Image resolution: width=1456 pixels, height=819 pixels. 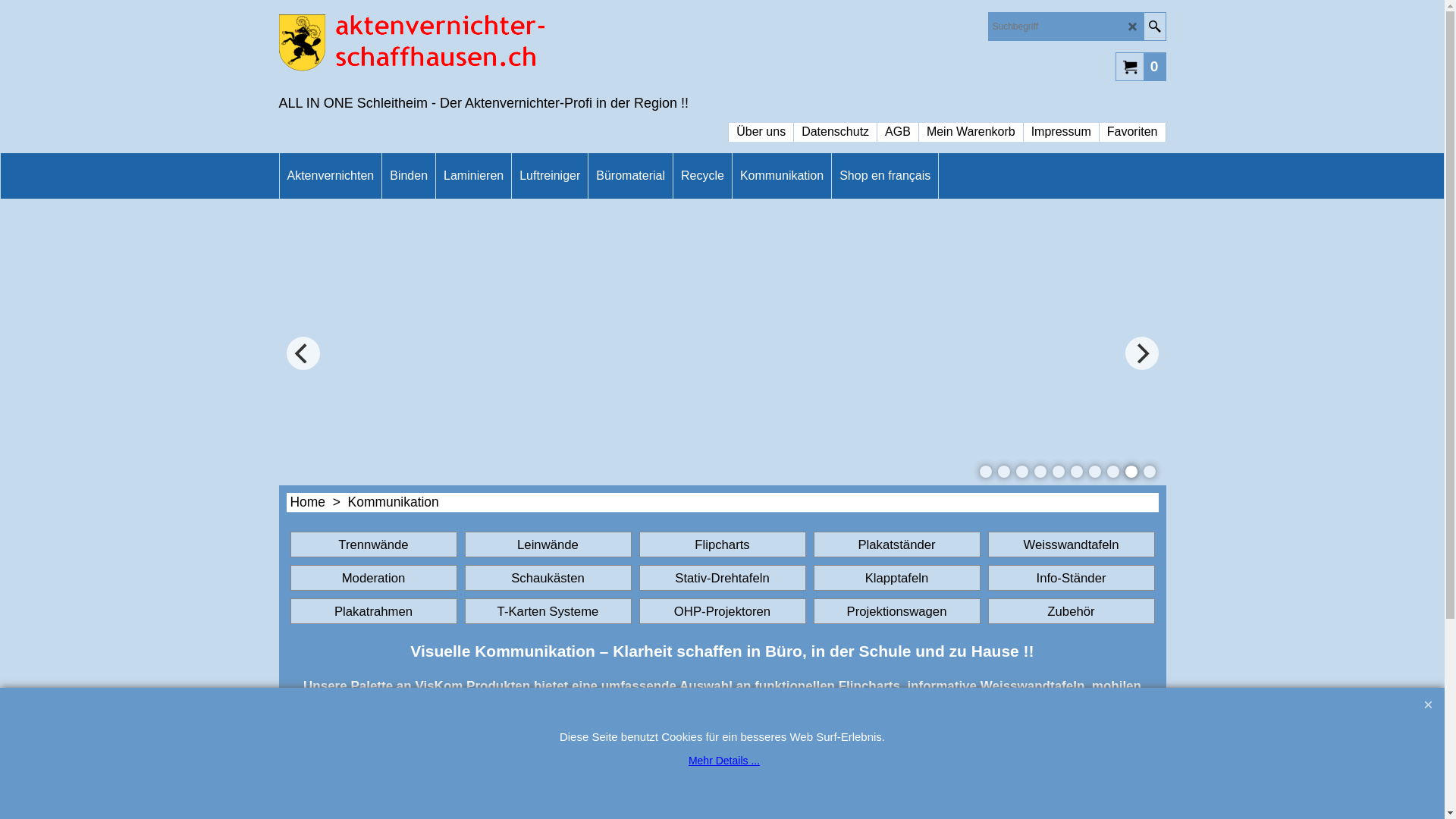 What do you see at coordinates (408, 174) in the screenshot?
I see `'Binden'` at bounding box center [408, 174].